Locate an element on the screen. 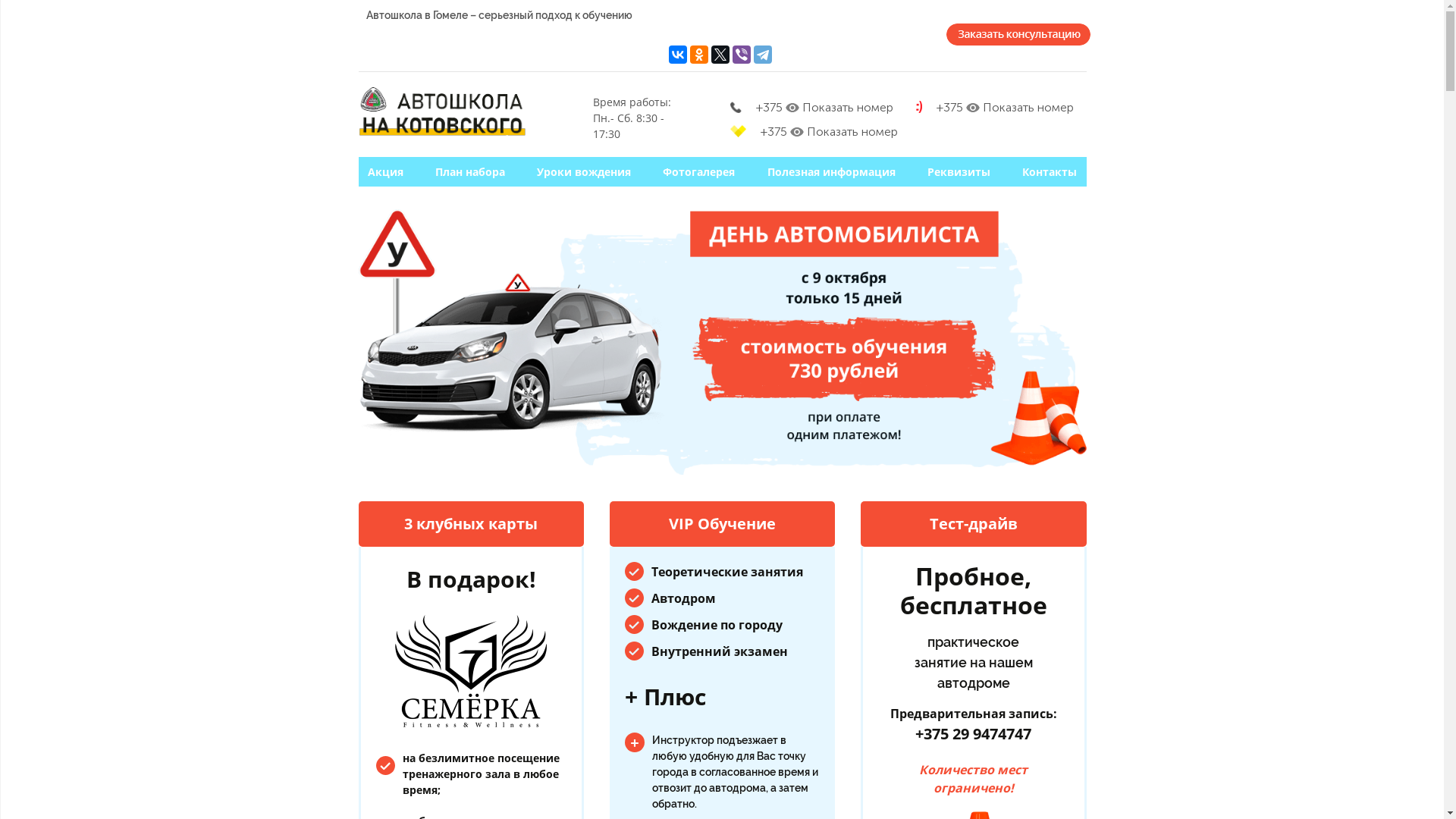  'Viber' is located at coordinates (732, 54).